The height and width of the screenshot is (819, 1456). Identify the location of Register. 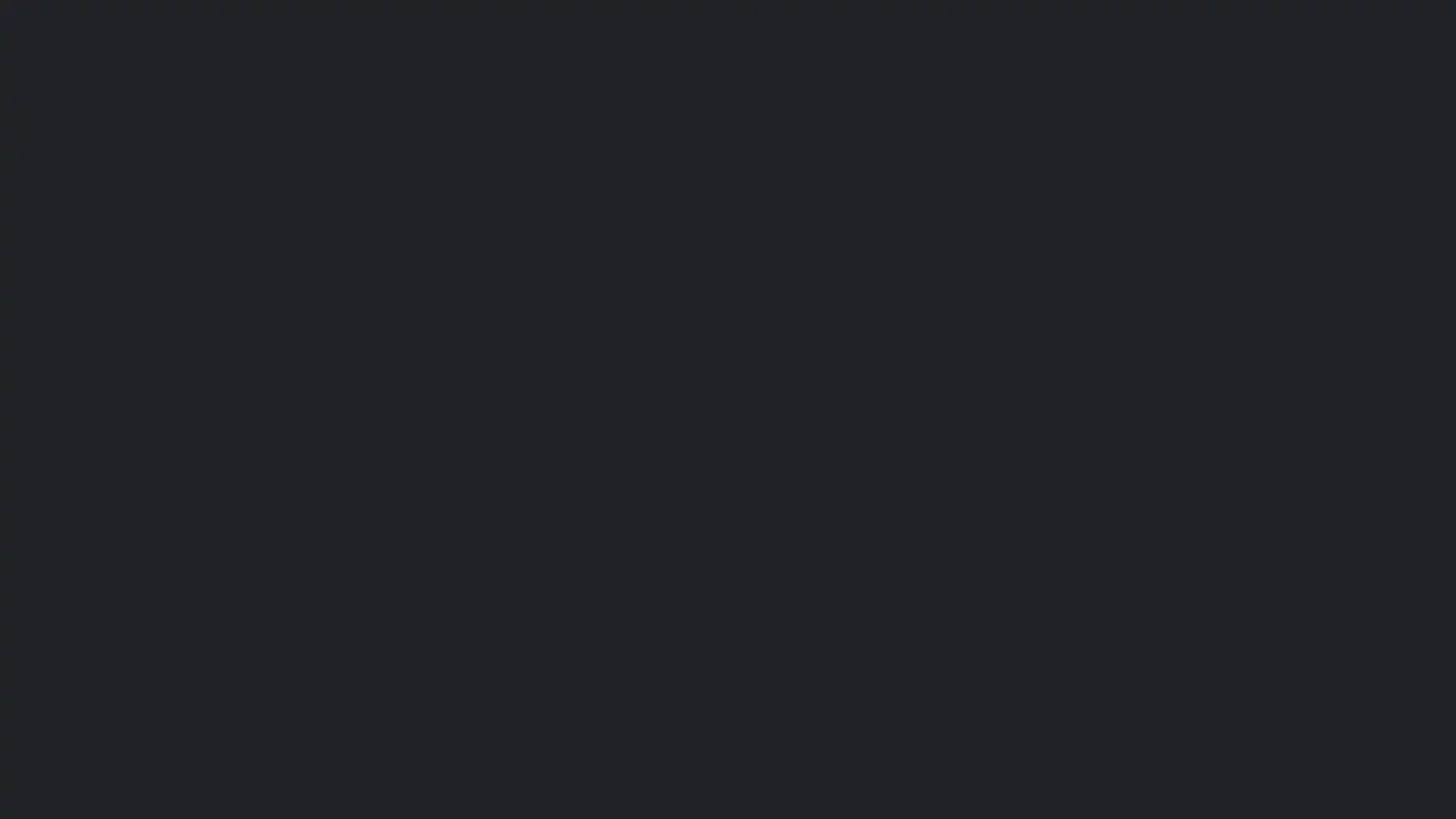
(555, 532).